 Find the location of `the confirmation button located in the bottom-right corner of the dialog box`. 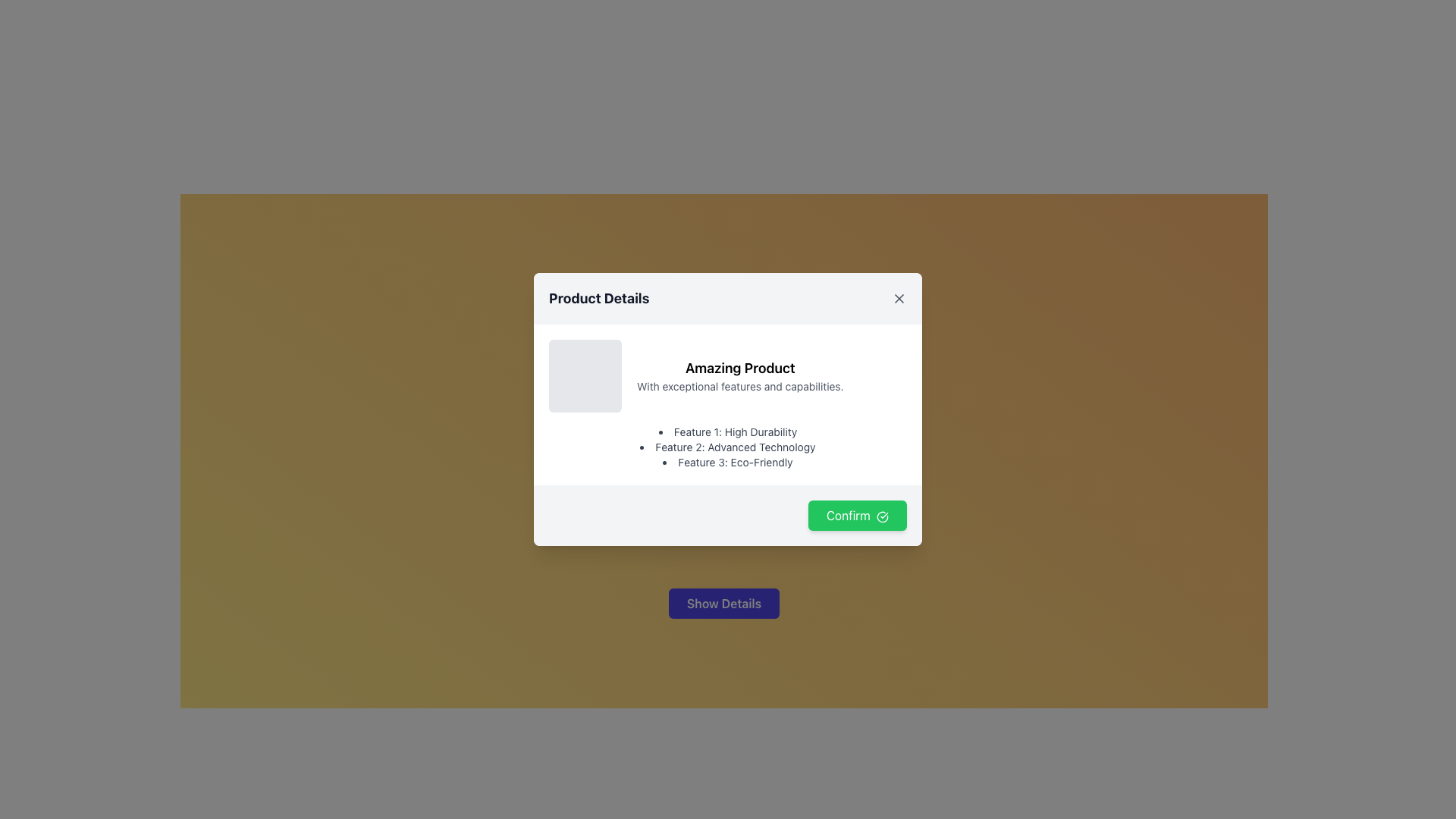

the confirmation button located in the bottom-right corner of the dialog box is located at coordinates (728, 514).